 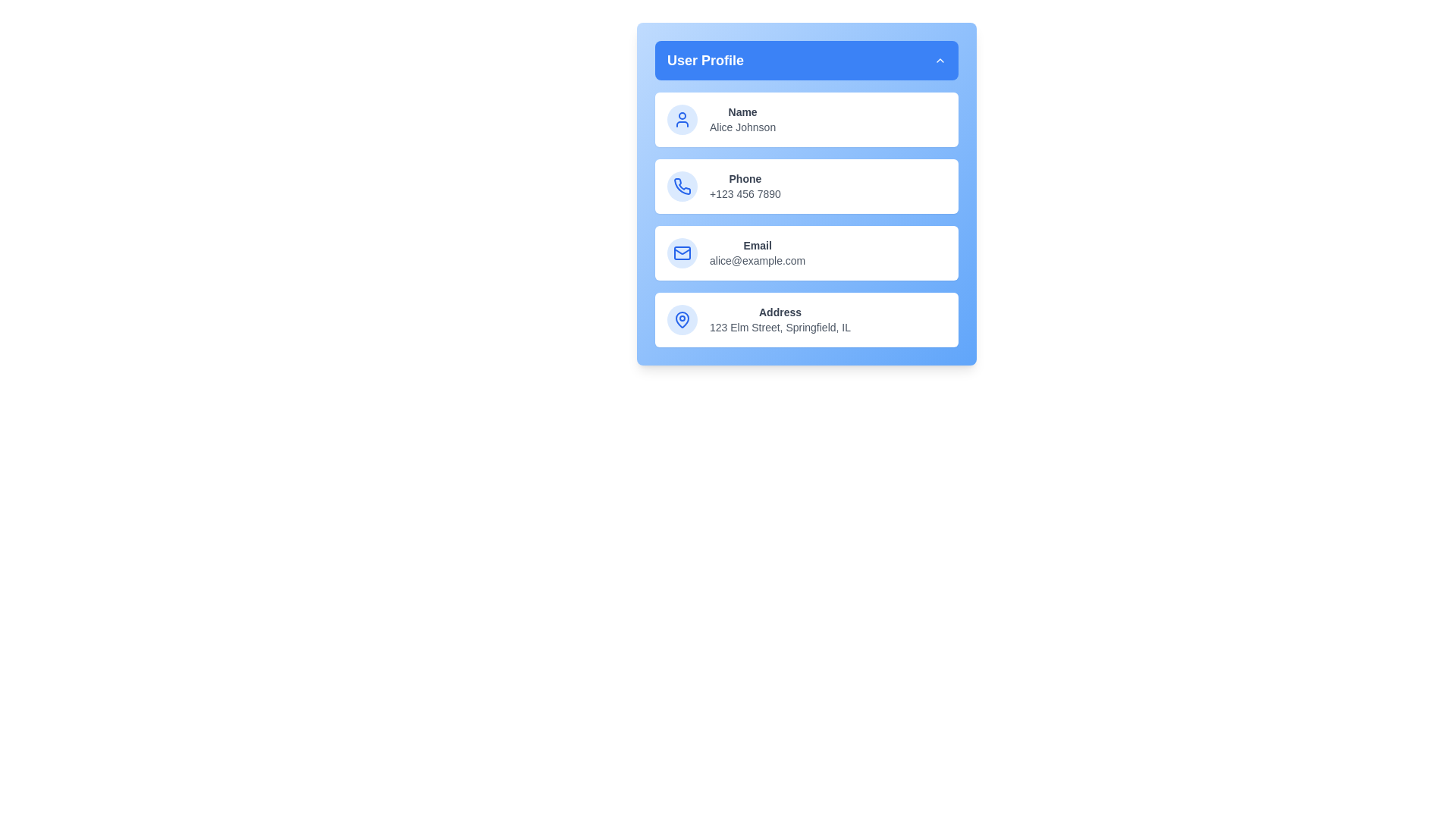 What do you see at coordinates (682, 119) in the screenshot?
I see `the user icon, which is a simplified outline of a human figure in blue, located on the left side of the first entry in a vertically stacked list within a user profile card` at bounding box center [682, 119].